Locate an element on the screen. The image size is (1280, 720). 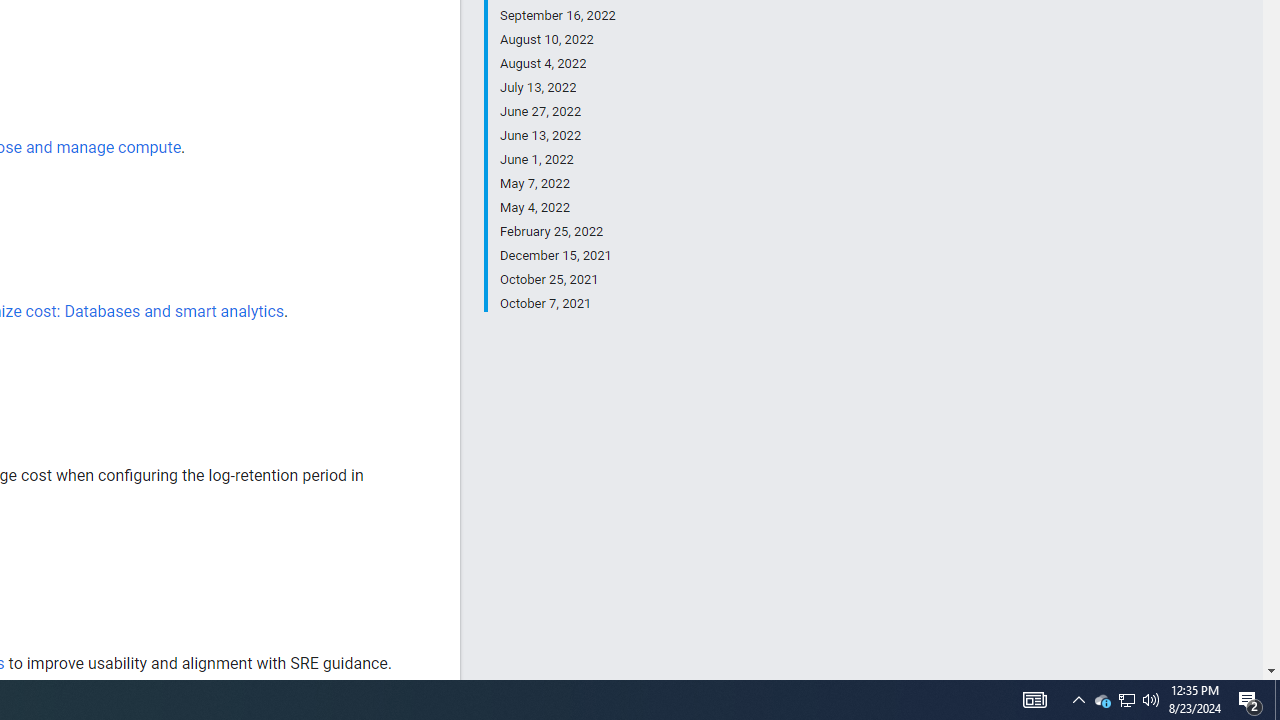
'July 13, 2022' is located at coordinates (557, 87).